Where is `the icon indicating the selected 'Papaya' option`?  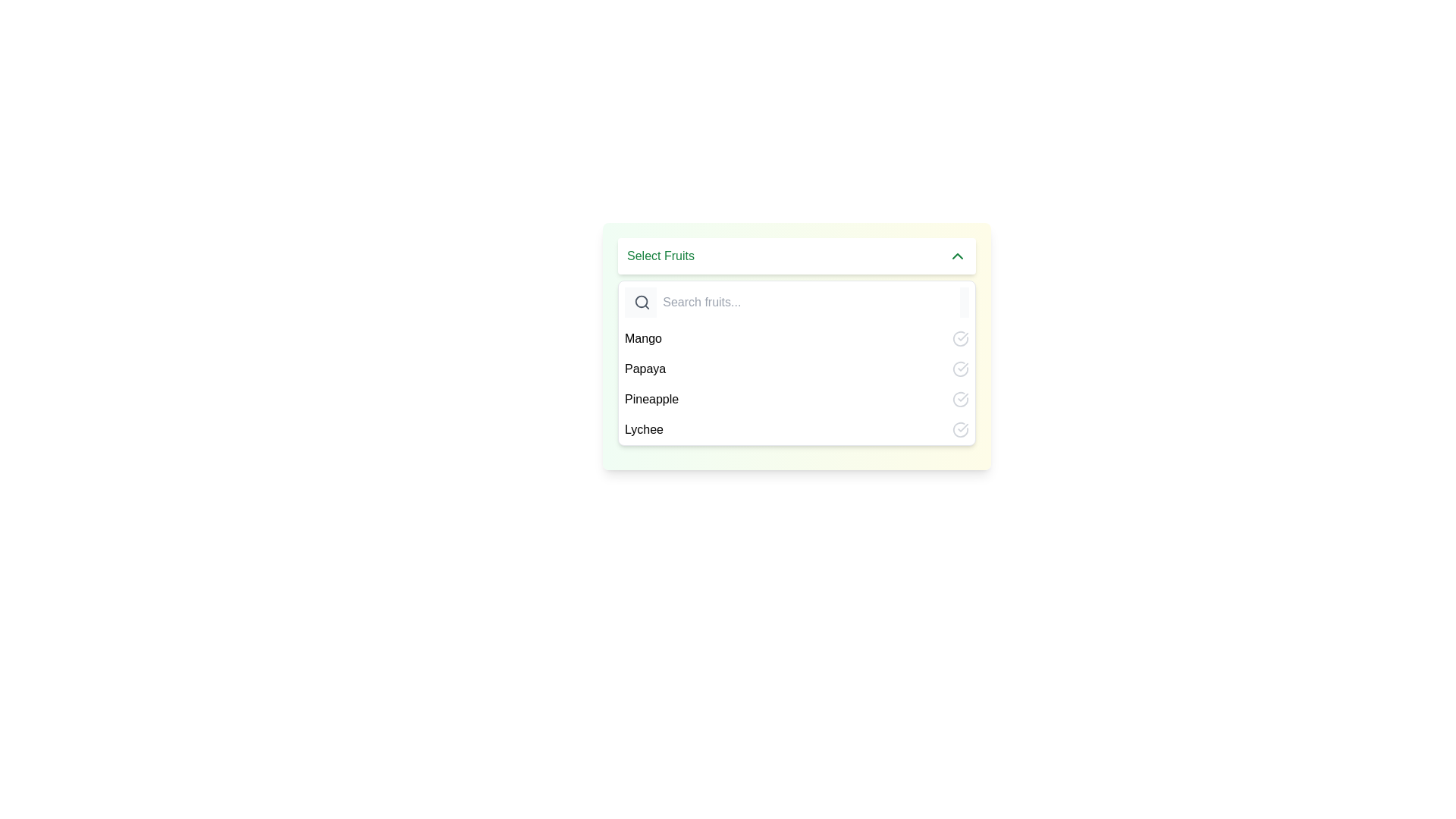
the icon indicating the selected 'Papaya' option is located at coordinates (960, 369).